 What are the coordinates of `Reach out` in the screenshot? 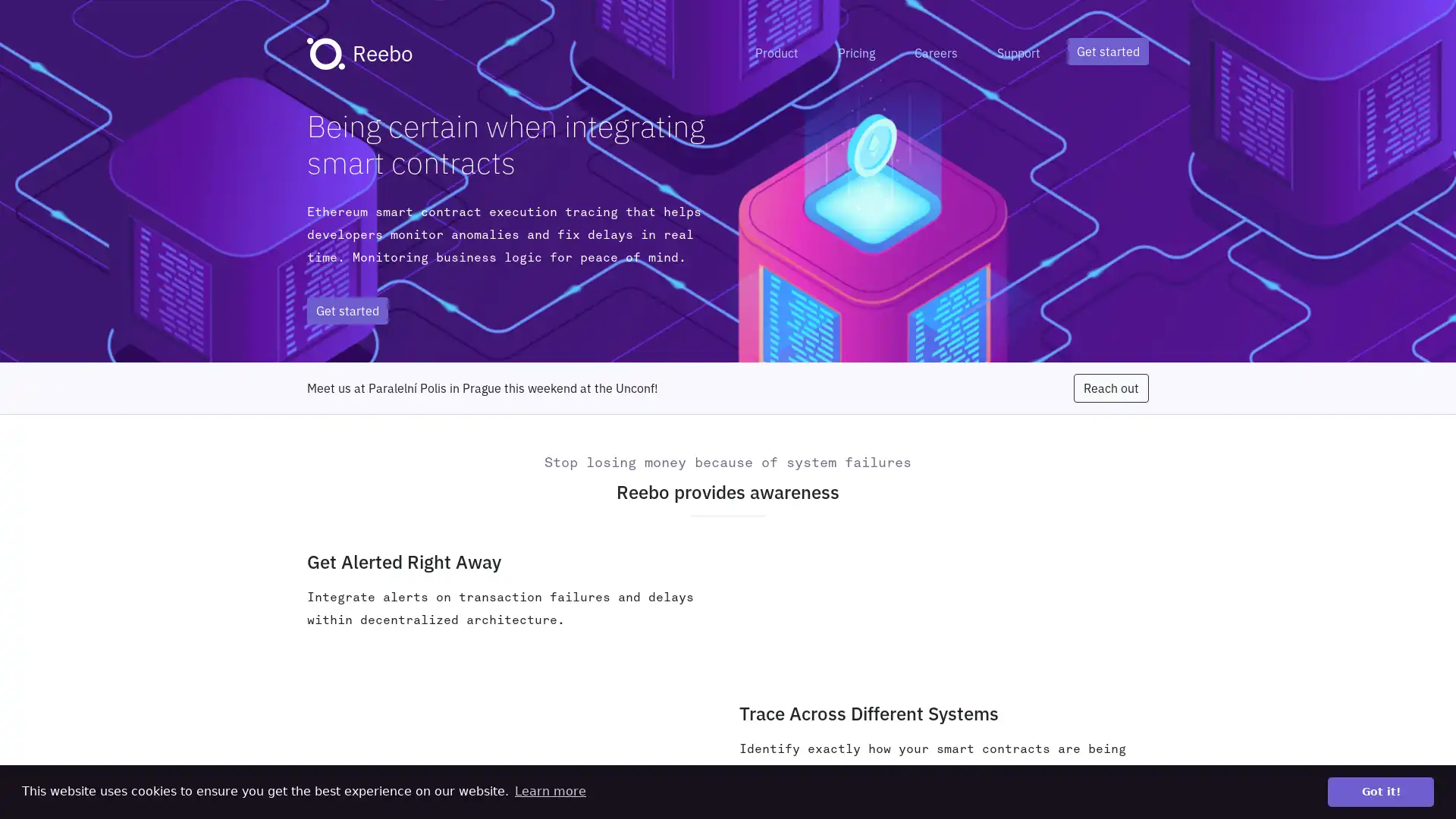 It's located at (1111, 388).